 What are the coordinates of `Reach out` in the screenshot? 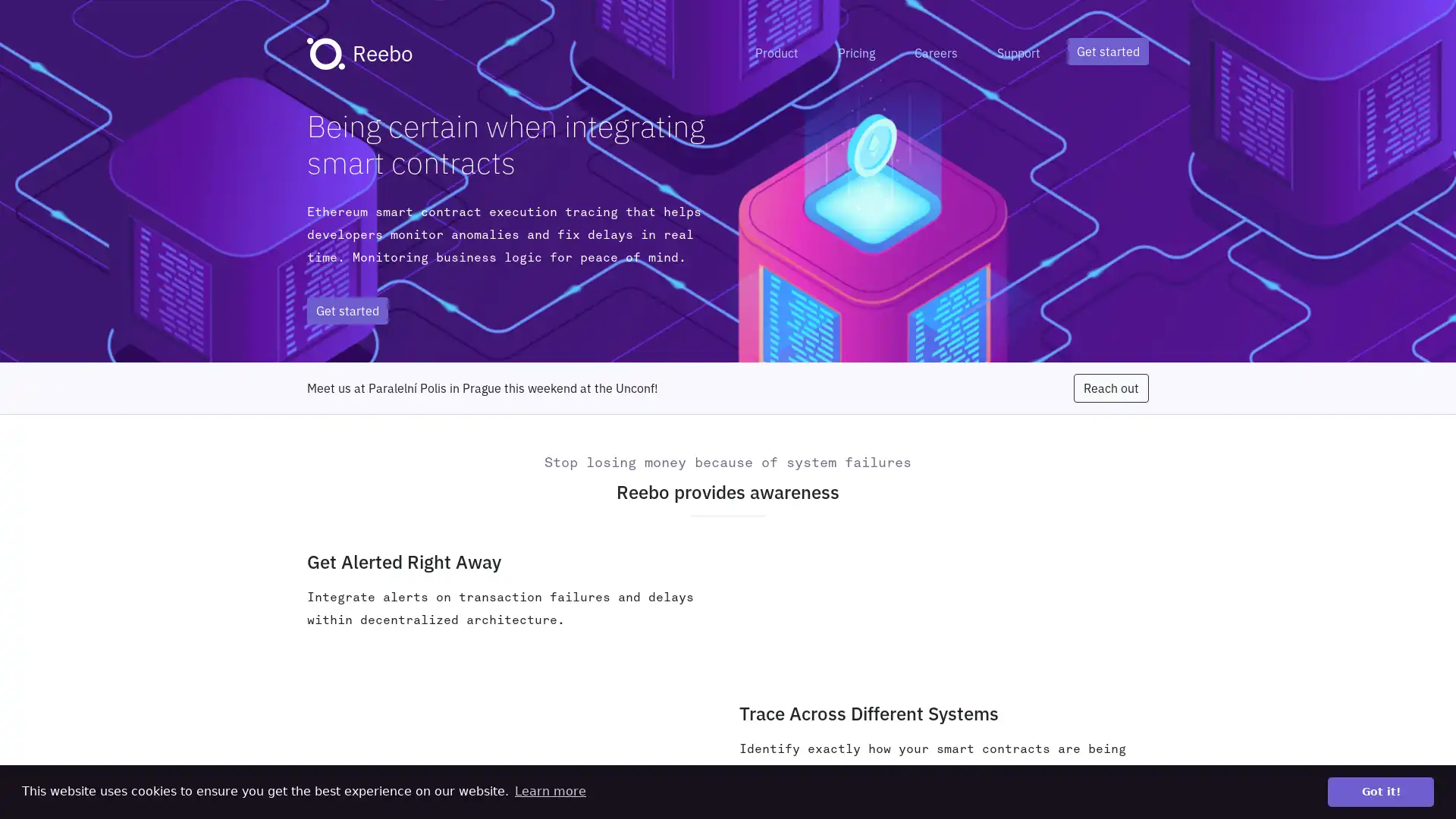 It's located at (1111, 388).